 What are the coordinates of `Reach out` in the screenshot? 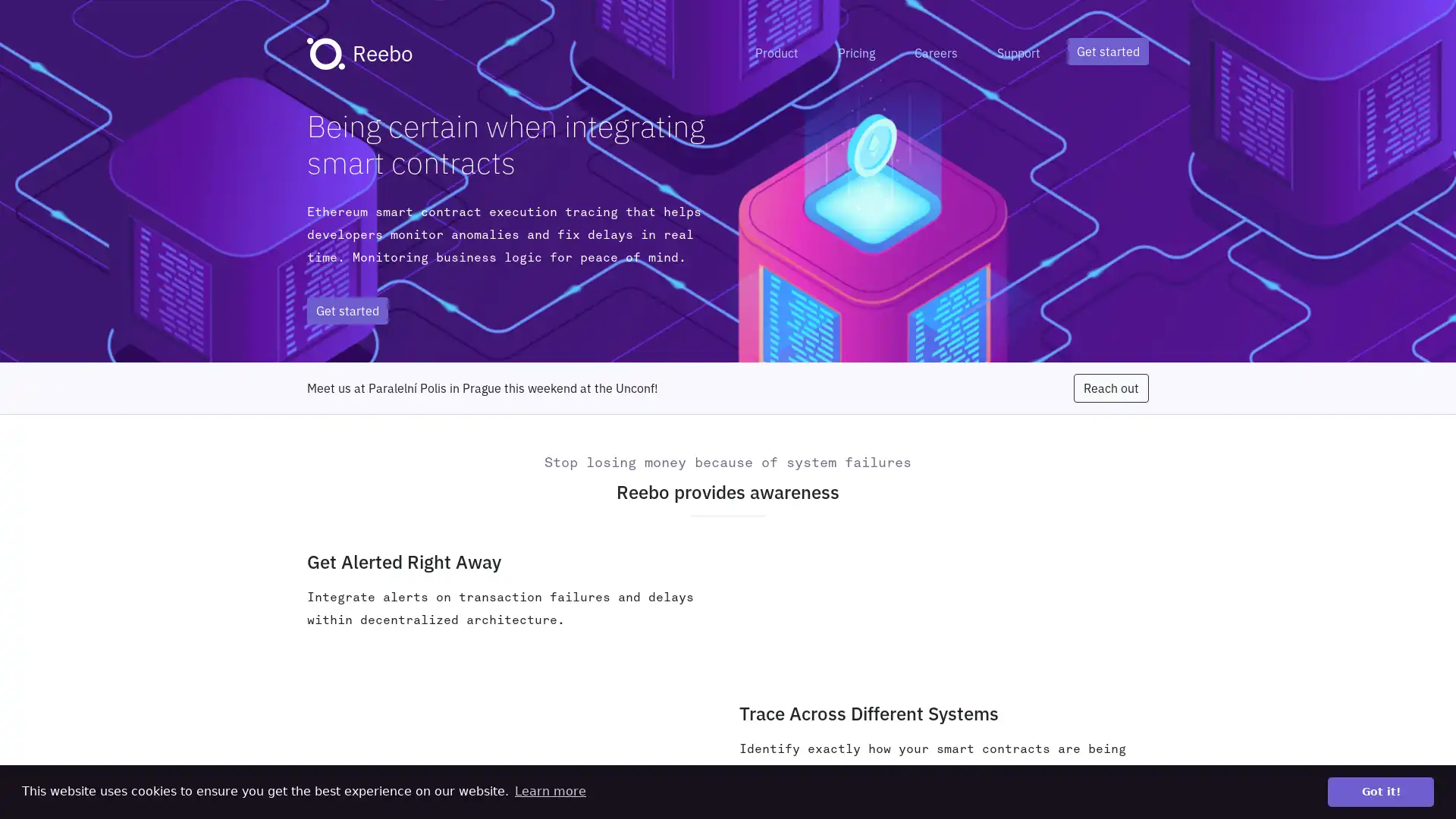 It's located at (1111, 388).